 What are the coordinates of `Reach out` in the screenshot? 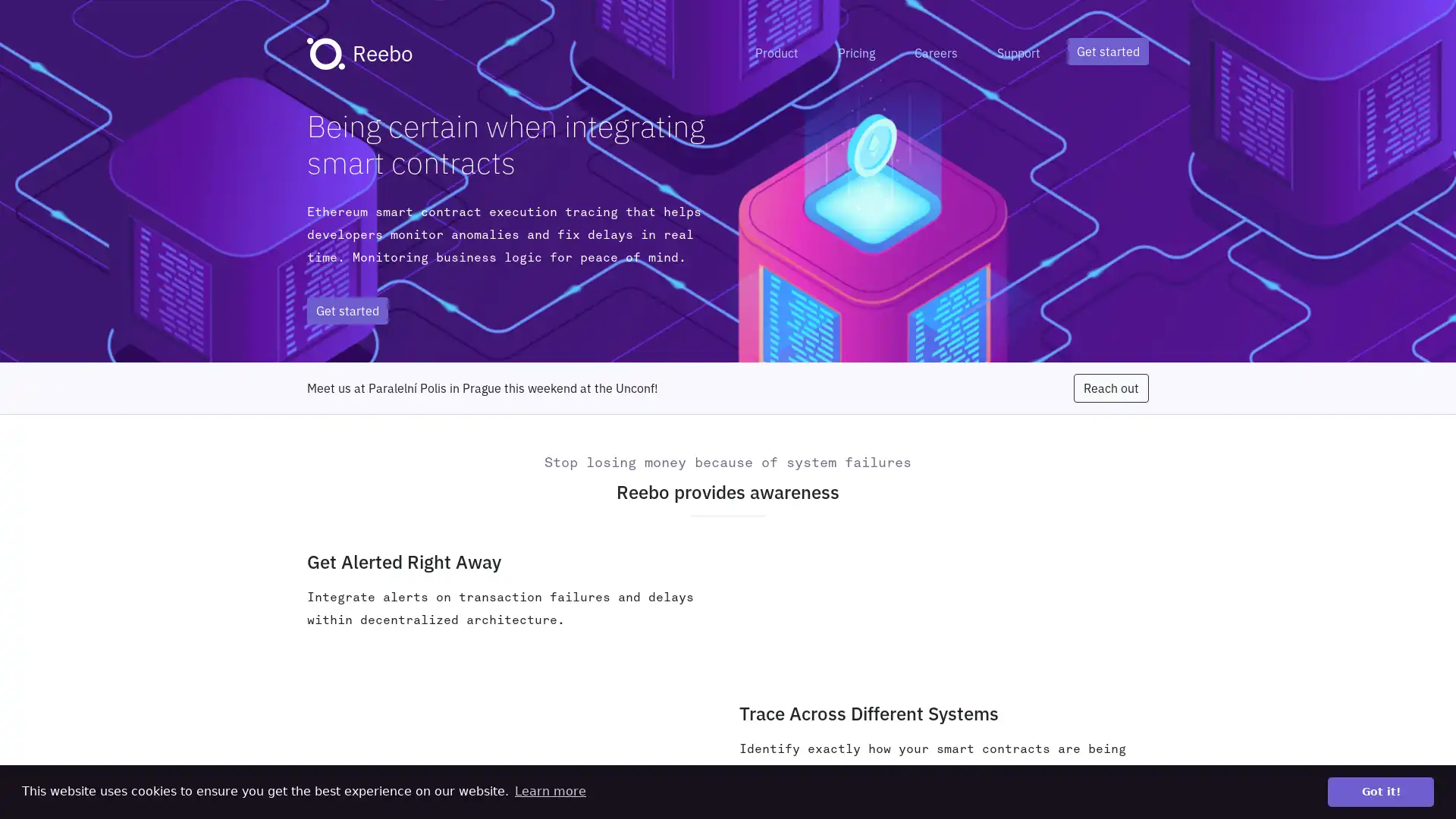 It's located at (1111, 388).